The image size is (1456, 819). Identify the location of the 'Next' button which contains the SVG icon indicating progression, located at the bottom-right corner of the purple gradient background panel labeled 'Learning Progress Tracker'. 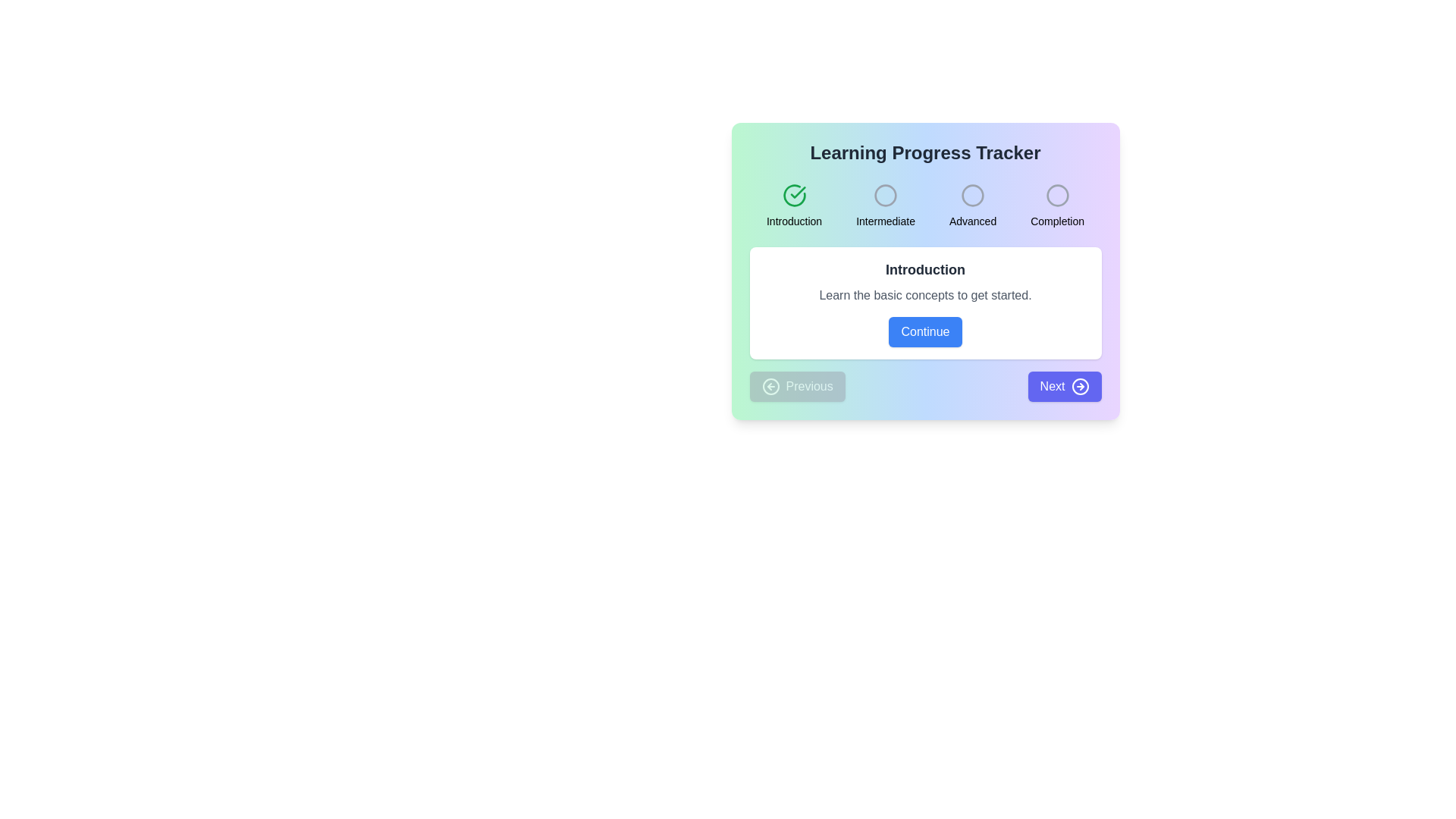
(1079, 385).